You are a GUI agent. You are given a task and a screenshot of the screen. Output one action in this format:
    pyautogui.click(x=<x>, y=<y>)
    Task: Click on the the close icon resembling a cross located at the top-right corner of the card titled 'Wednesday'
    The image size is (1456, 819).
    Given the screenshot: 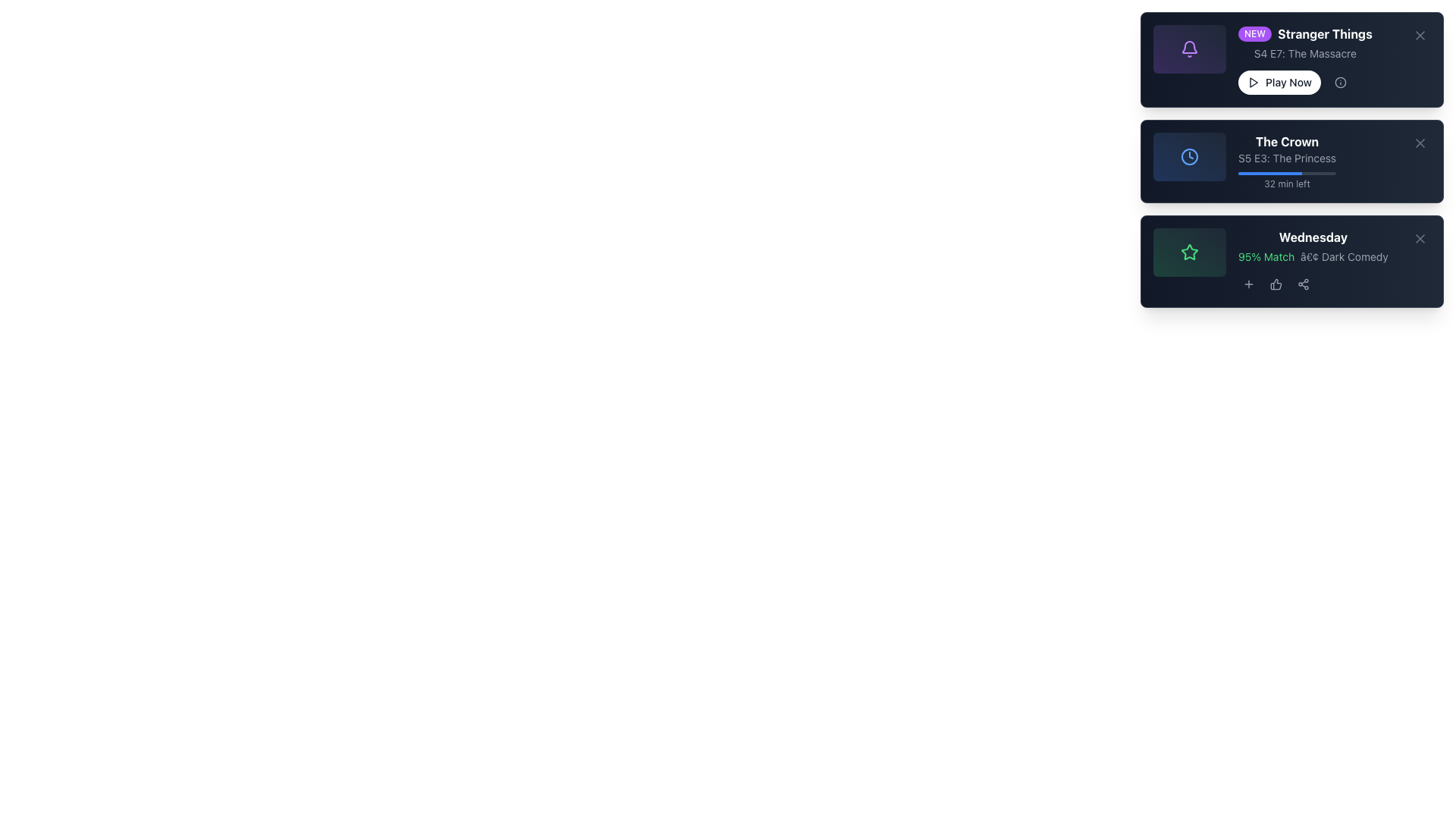 What is the action you would take?
    pyautogui.click(x=1419, y=239)
    